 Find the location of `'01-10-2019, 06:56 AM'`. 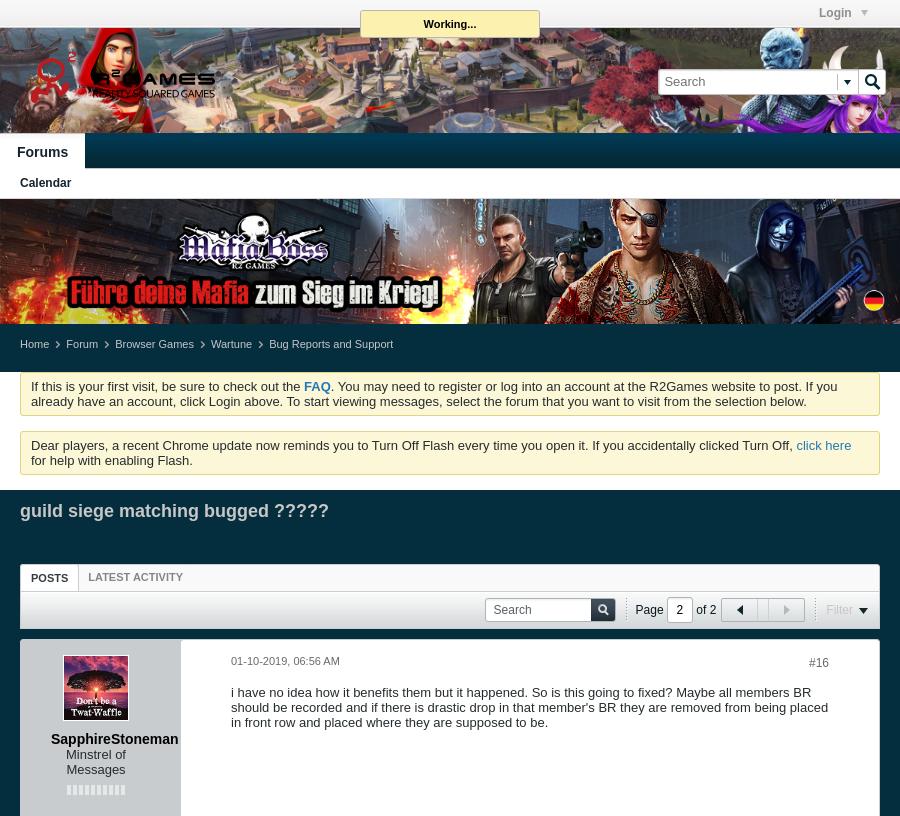

'01-10-2019, 06:56 AM' is located at coordinates (284, 658).